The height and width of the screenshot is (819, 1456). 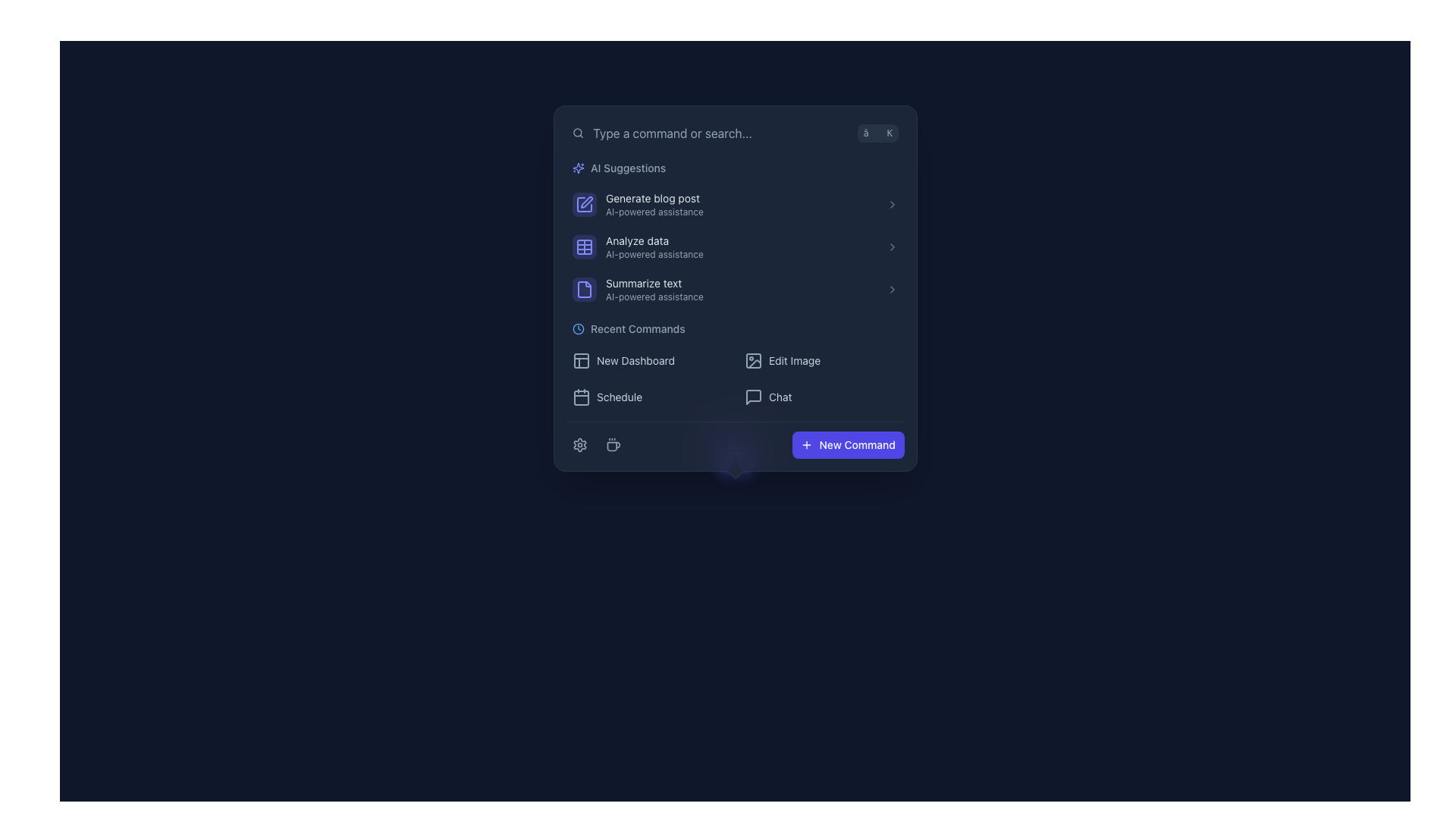 I want to click on the violet square-shaped pencil icon located near the 'Generate blog post' text label under 'AI Suggestions' to trigger hover effects, so click(x=583, y=205).